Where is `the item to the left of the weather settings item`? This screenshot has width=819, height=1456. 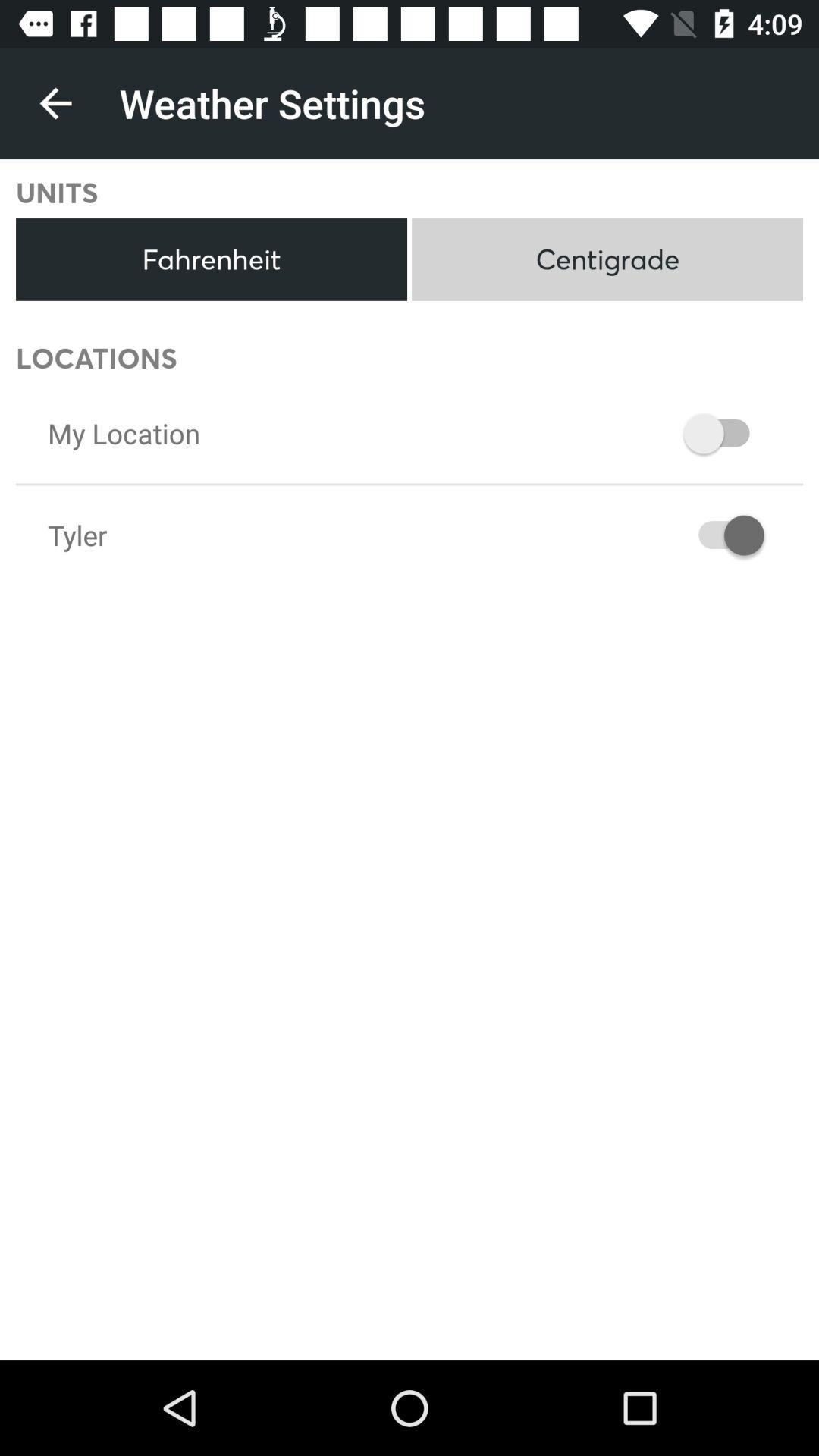 the item to the left of the weather settings item is located at coordinates (55, 102).